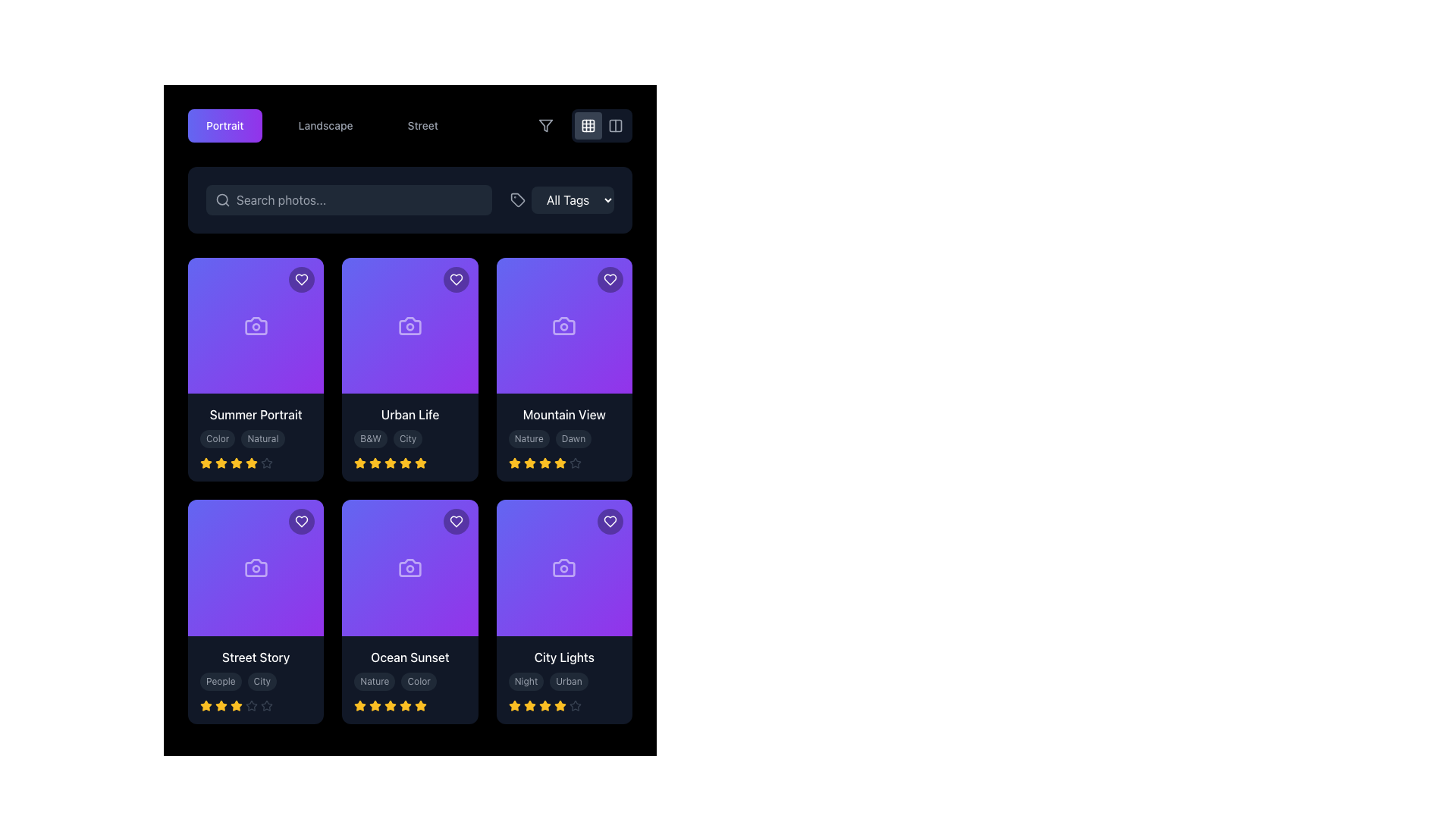  What do you see at coordinates (206, 462) in the screenshot?
I see `the first golden-yellow star icon in the rating section under the title 'Summer Portrait'` at bounding box center [206, 462].